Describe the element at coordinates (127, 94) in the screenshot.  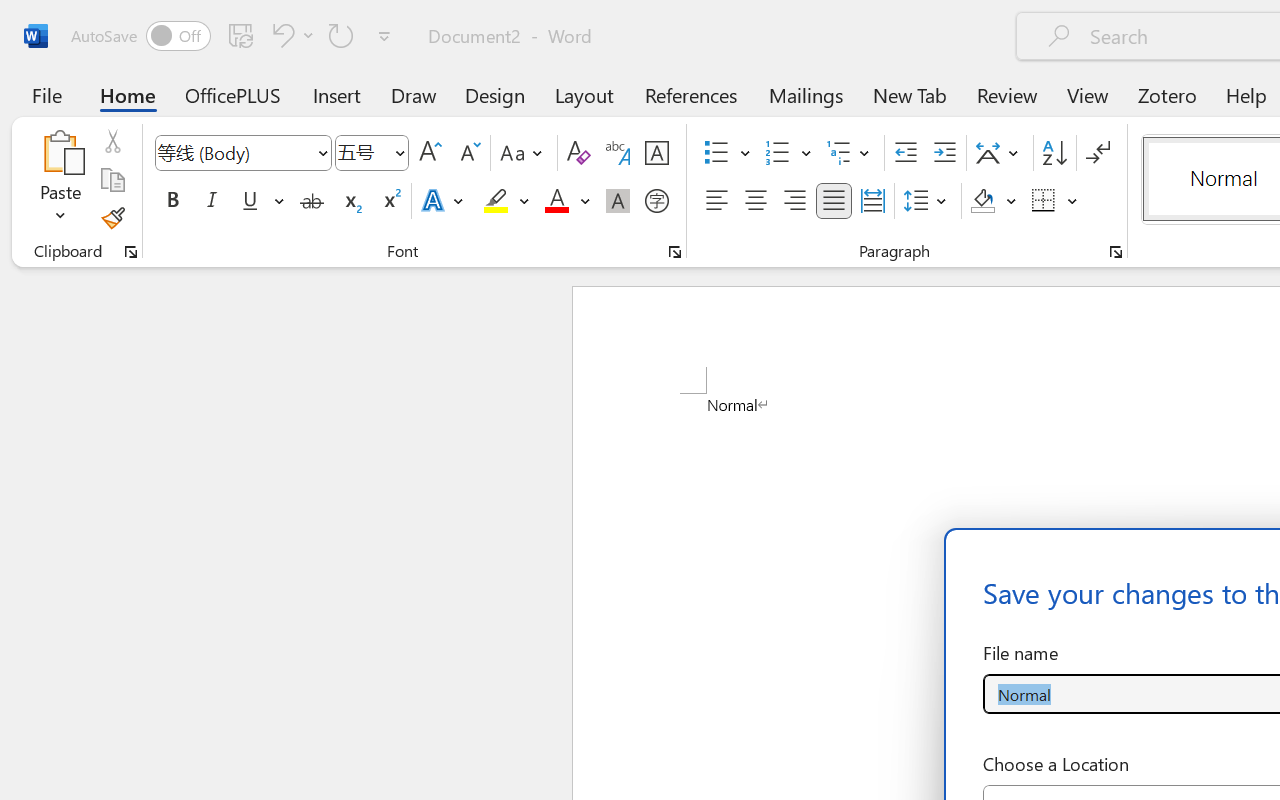
I see `'Home'` at that location.